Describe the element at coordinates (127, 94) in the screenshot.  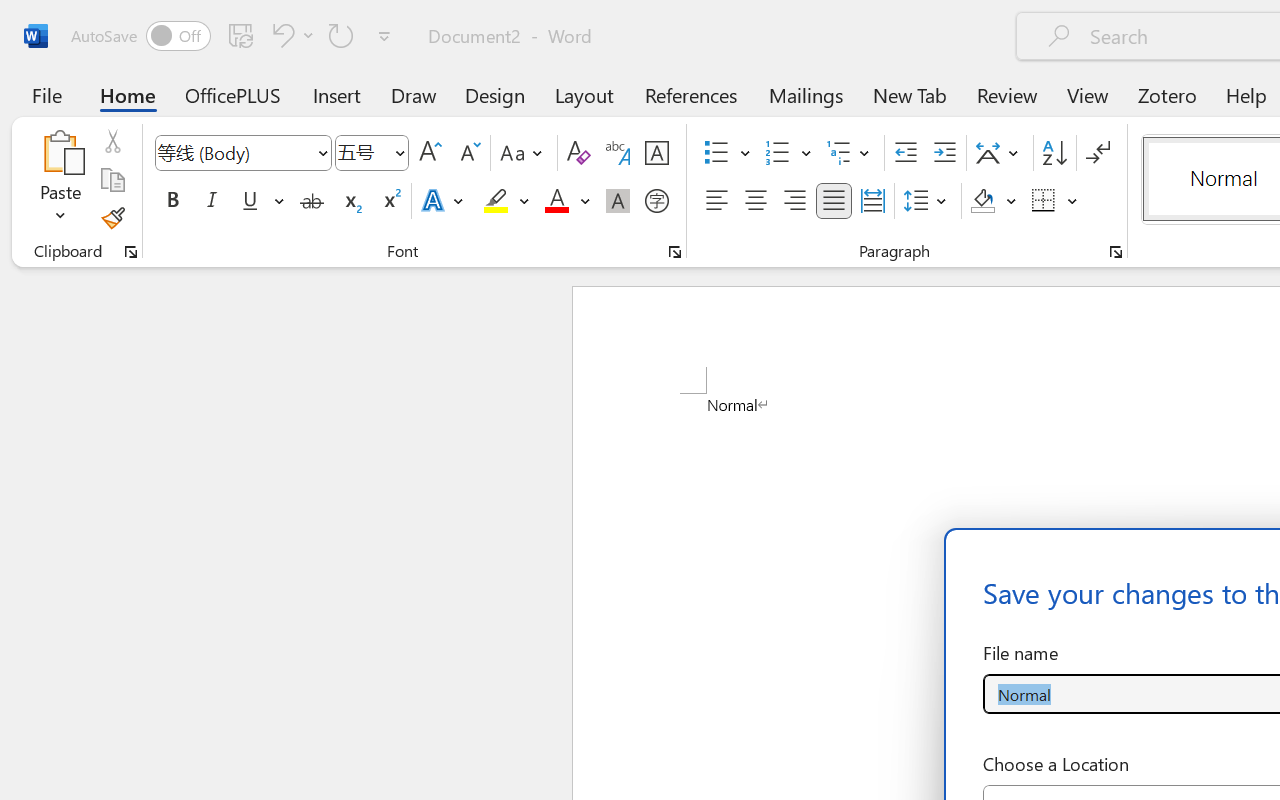
I see `'Home'` at that location.